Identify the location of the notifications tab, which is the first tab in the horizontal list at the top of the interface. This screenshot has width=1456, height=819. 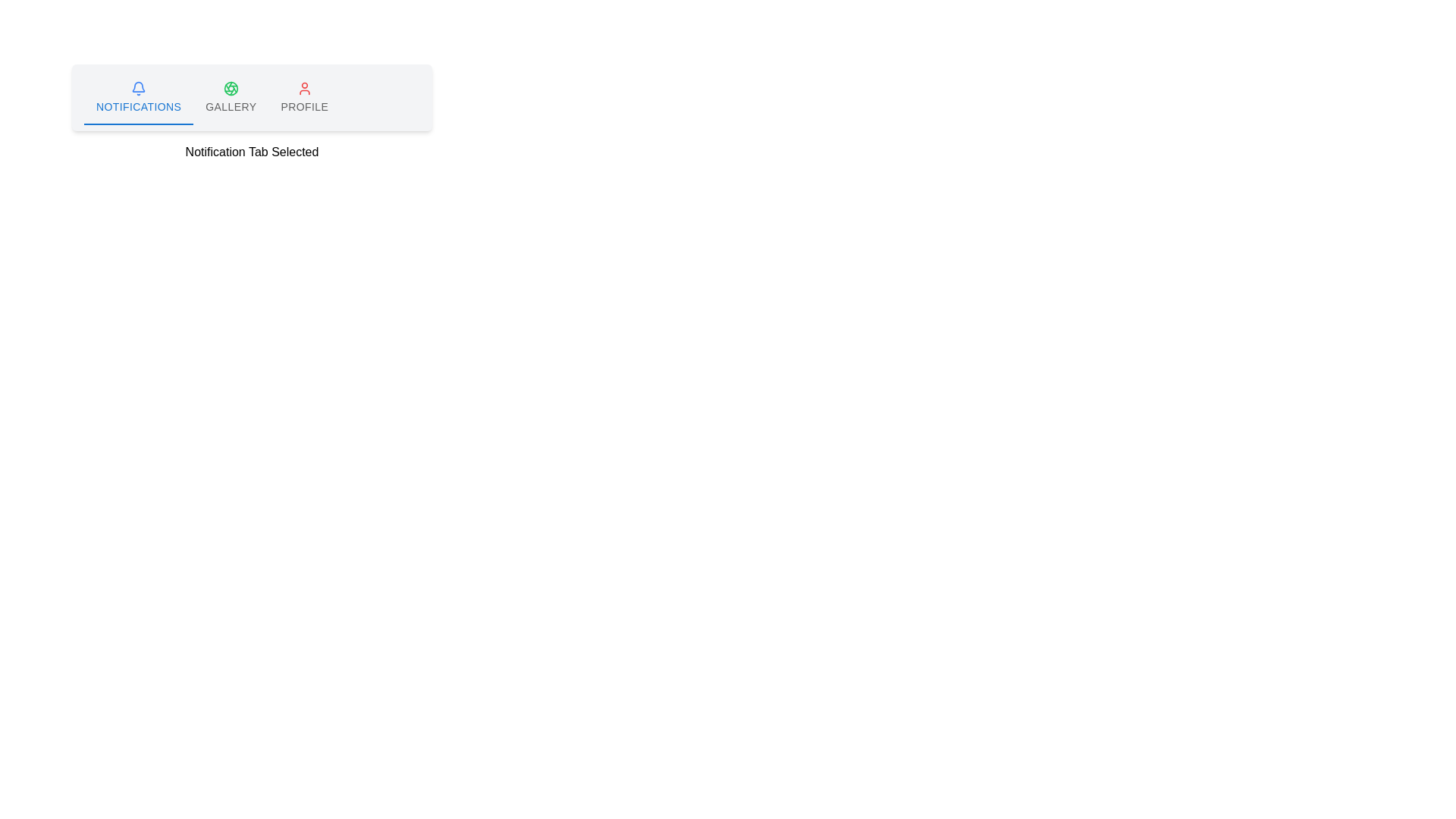
(139, 97).